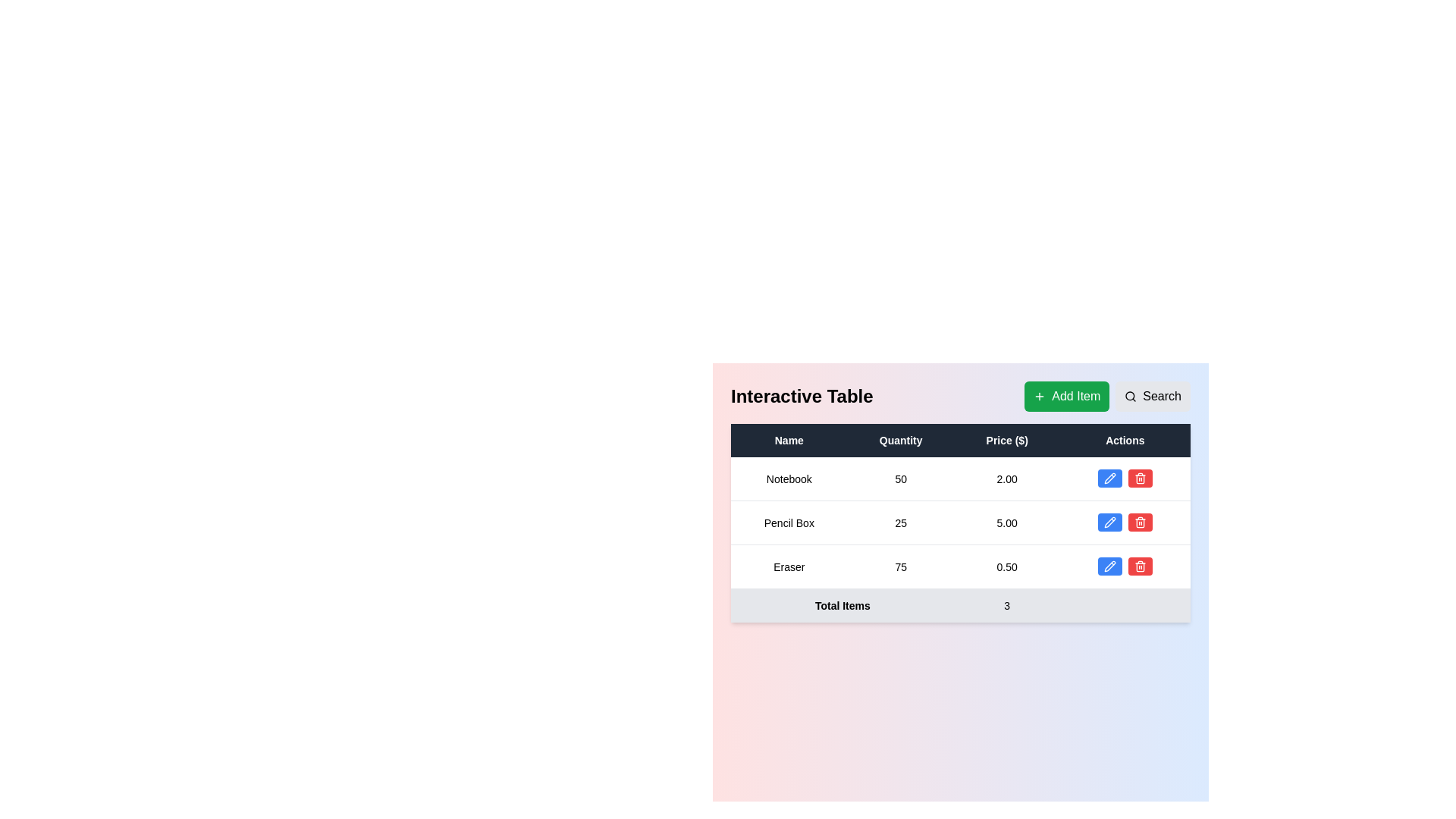  I want to click on the button with a blue background and white text, featuring a pencil icon, located in the 'Actions' column of the table under the 'Eraser' row to observe its hover effects, so click(1109, 566).